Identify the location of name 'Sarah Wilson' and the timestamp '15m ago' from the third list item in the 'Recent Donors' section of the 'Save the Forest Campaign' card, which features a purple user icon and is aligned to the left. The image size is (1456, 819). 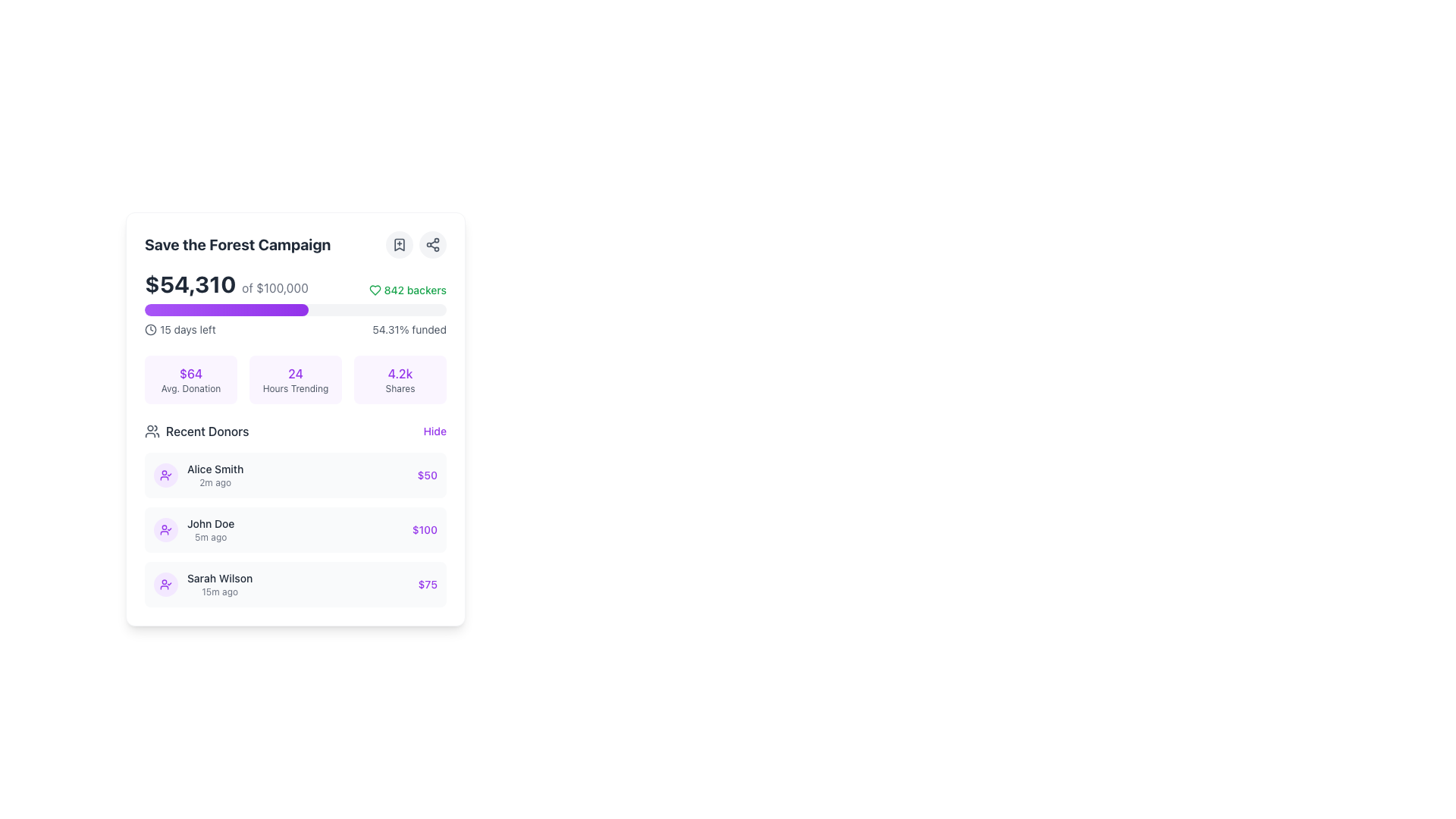
(202, 584).